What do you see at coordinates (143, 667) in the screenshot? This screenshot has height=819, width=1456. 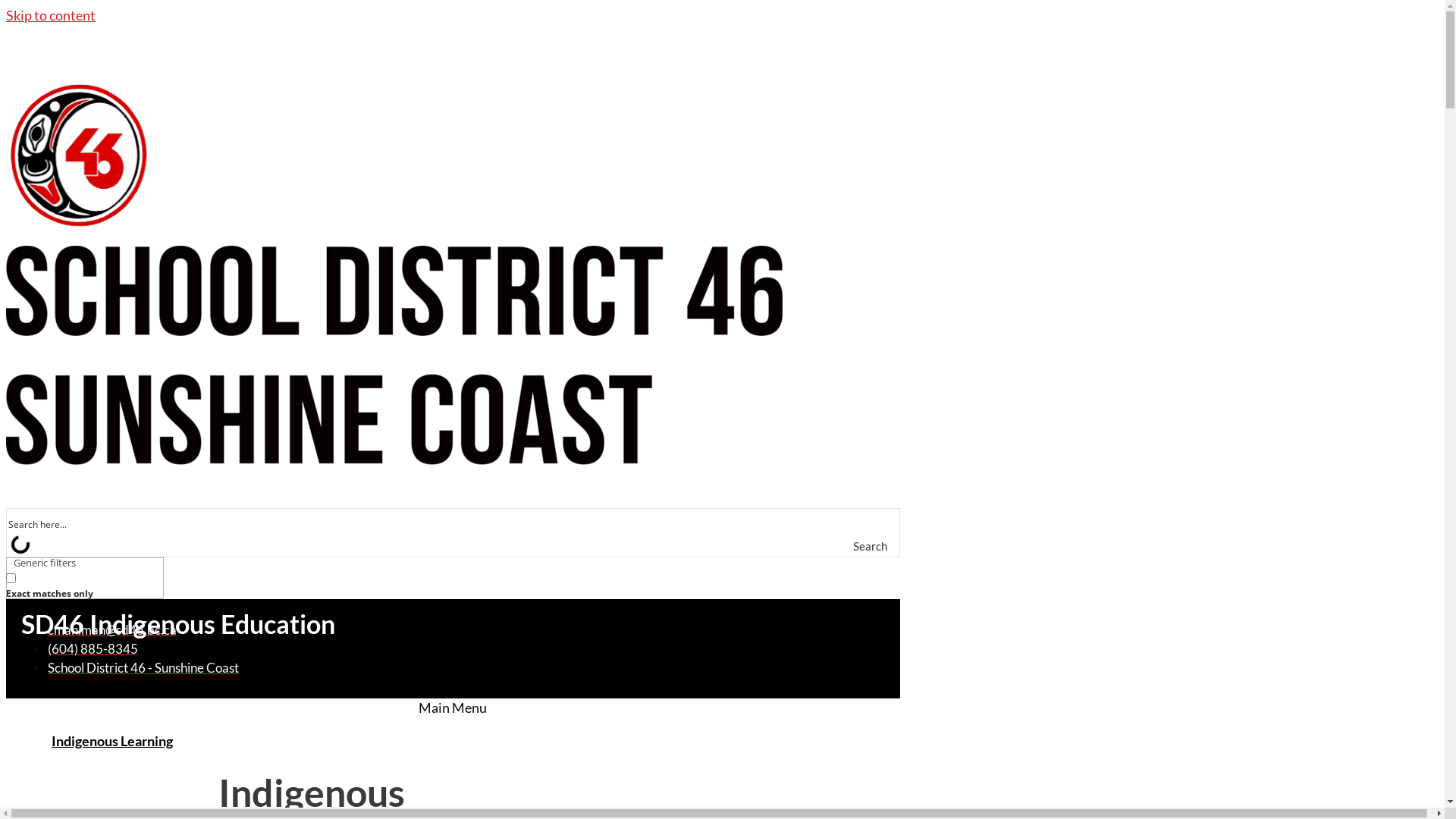 I see `'School District 46 - Sunshine Coast'` at bounding box center [143, 667].